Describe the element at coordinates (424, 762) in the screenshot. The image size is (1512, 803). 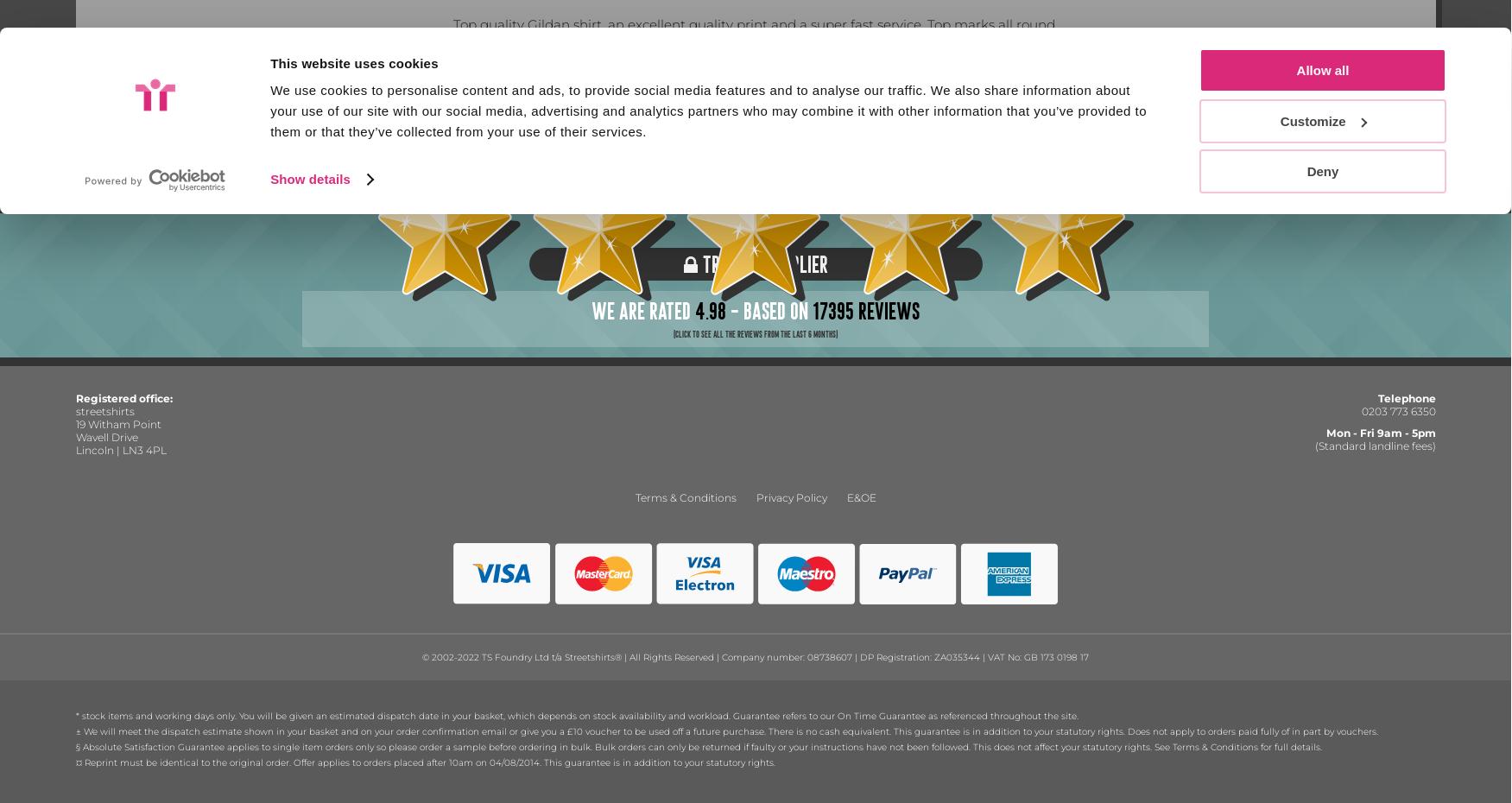
I see `'¤ Reprint must be identical to the original order. Offer applies to orders placed after 10am on 04/08/2014. This guarantee is in addition to your statutory rights.'` at that location.